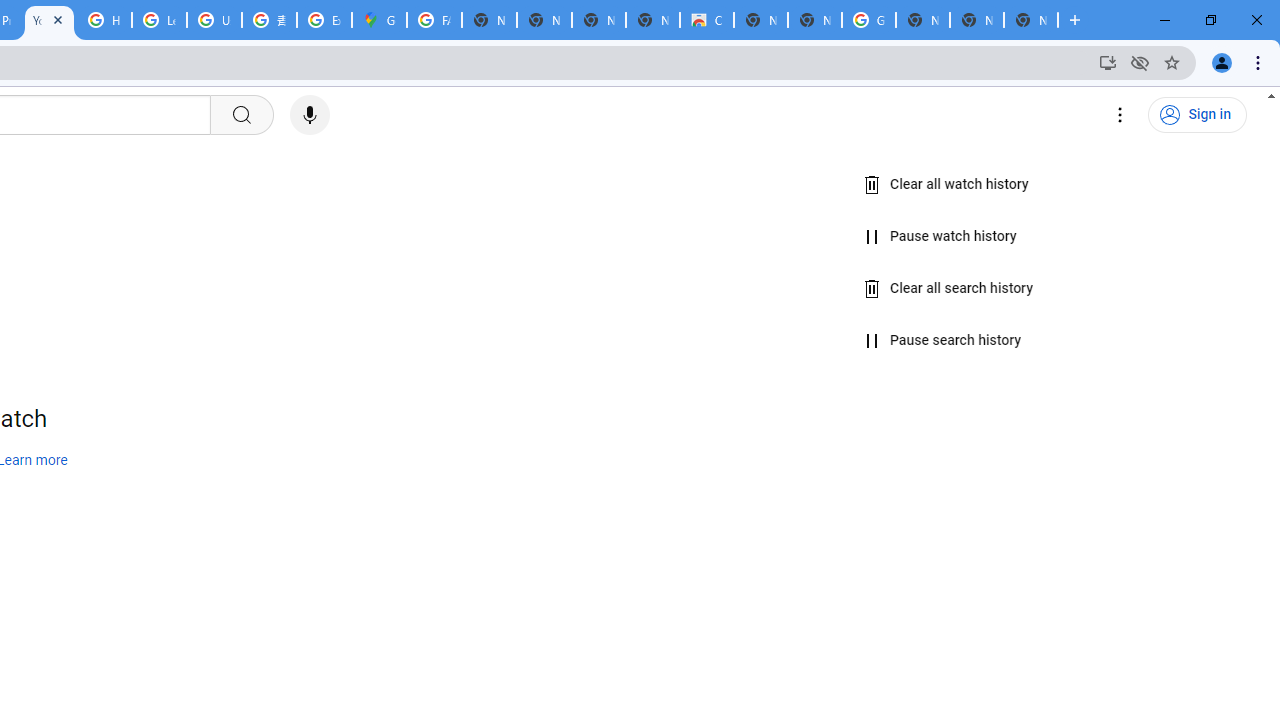 The height and width of the screenshot is (720, 1280). Describe the element at coordinates (706, 20) in the screenshot. I see `'Chrome Web Store'` at that location.